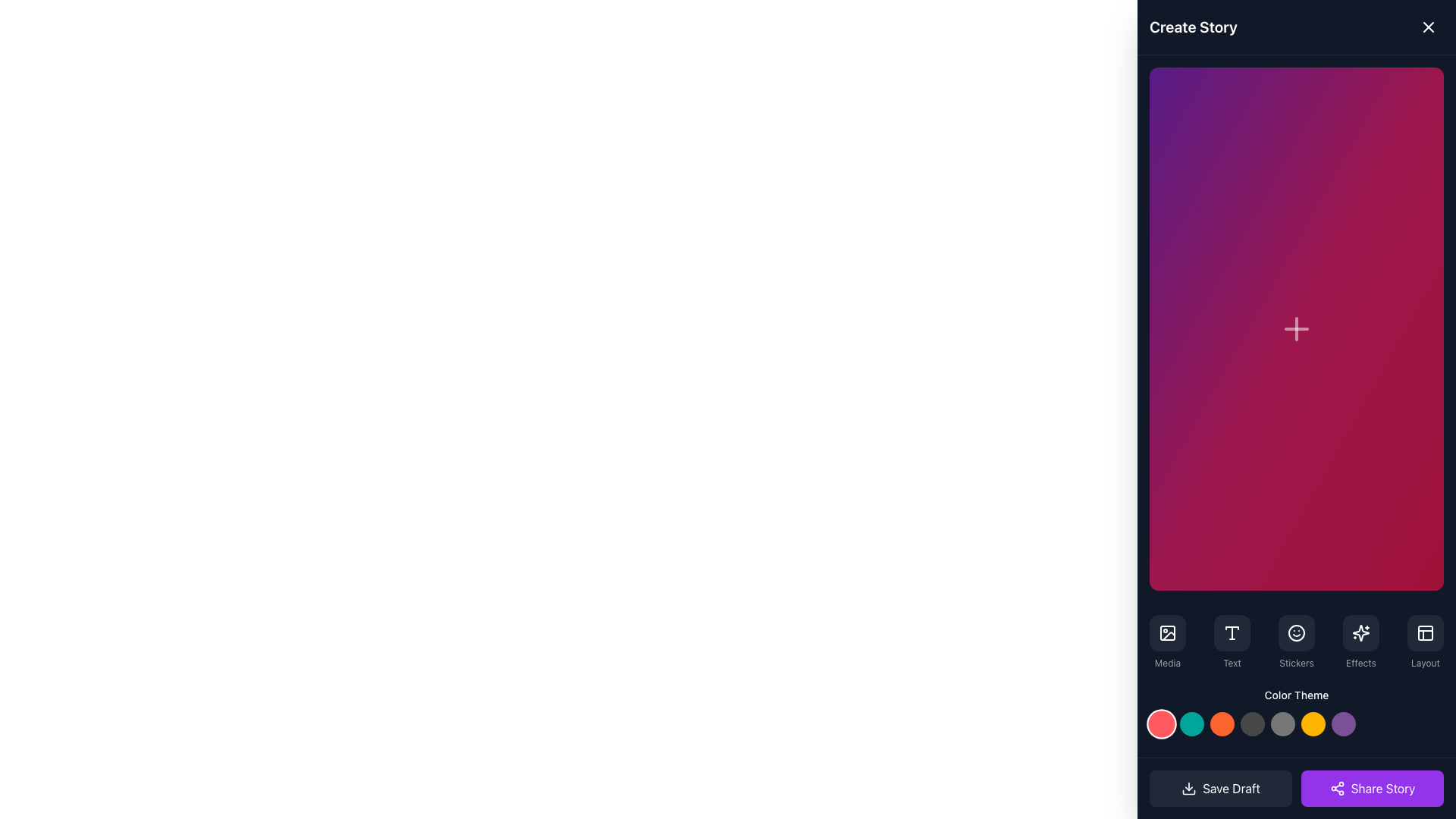  Describe the element at coordinates (1295, 641) in the screenshot. I see `the sticker button, which is the third button in a series of five aligned horizontally at the bottom of the sidebar, located between 'Text' and 'Effects'` at that location.